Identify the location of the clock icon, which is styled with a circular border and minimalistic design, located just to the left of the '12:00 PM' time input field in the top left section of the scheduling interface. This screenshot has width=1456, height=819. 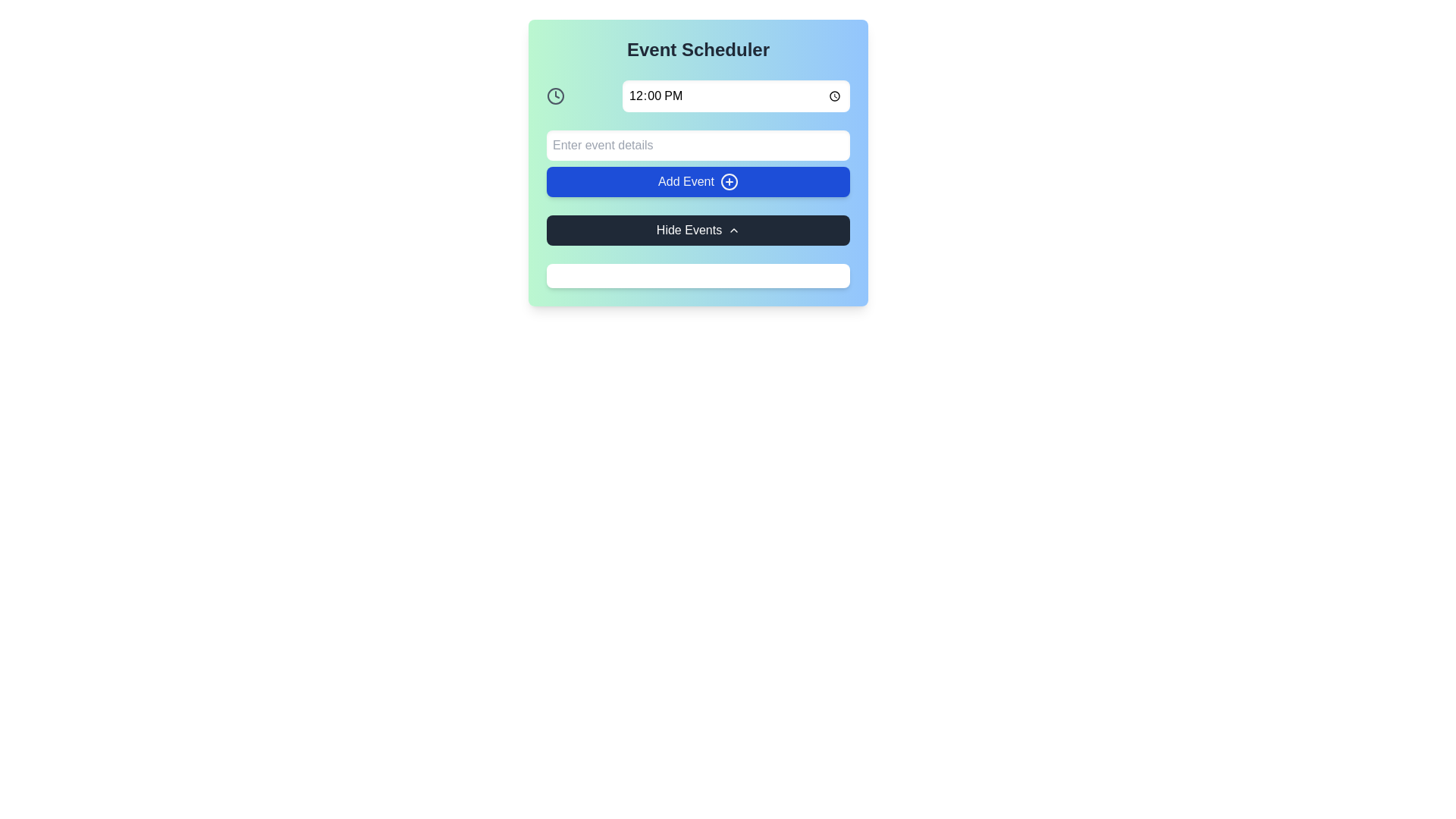
(555, 96).